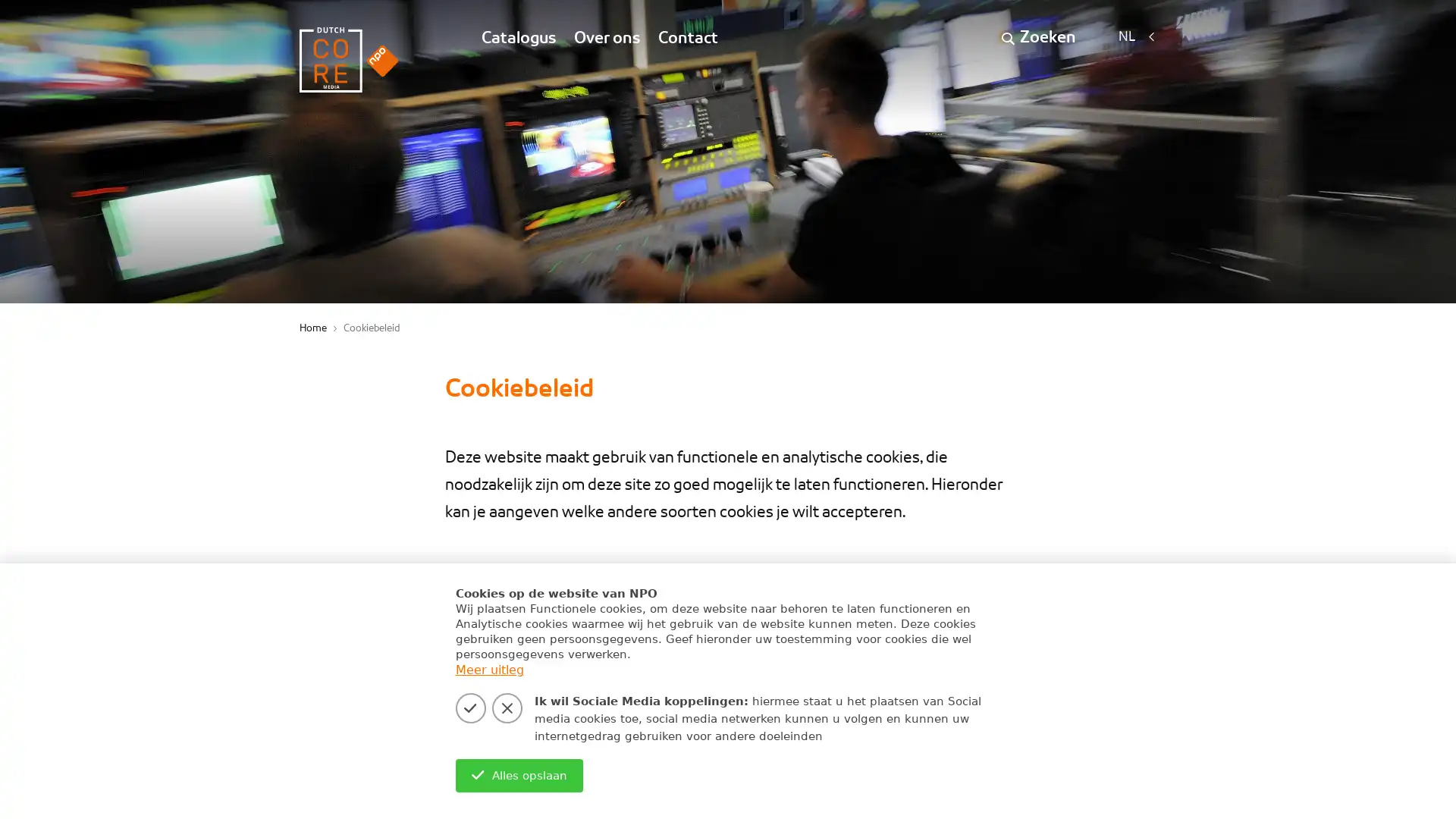 The image size is (1456, 819). I want to click on Alles opslaan, so click(519, 775).